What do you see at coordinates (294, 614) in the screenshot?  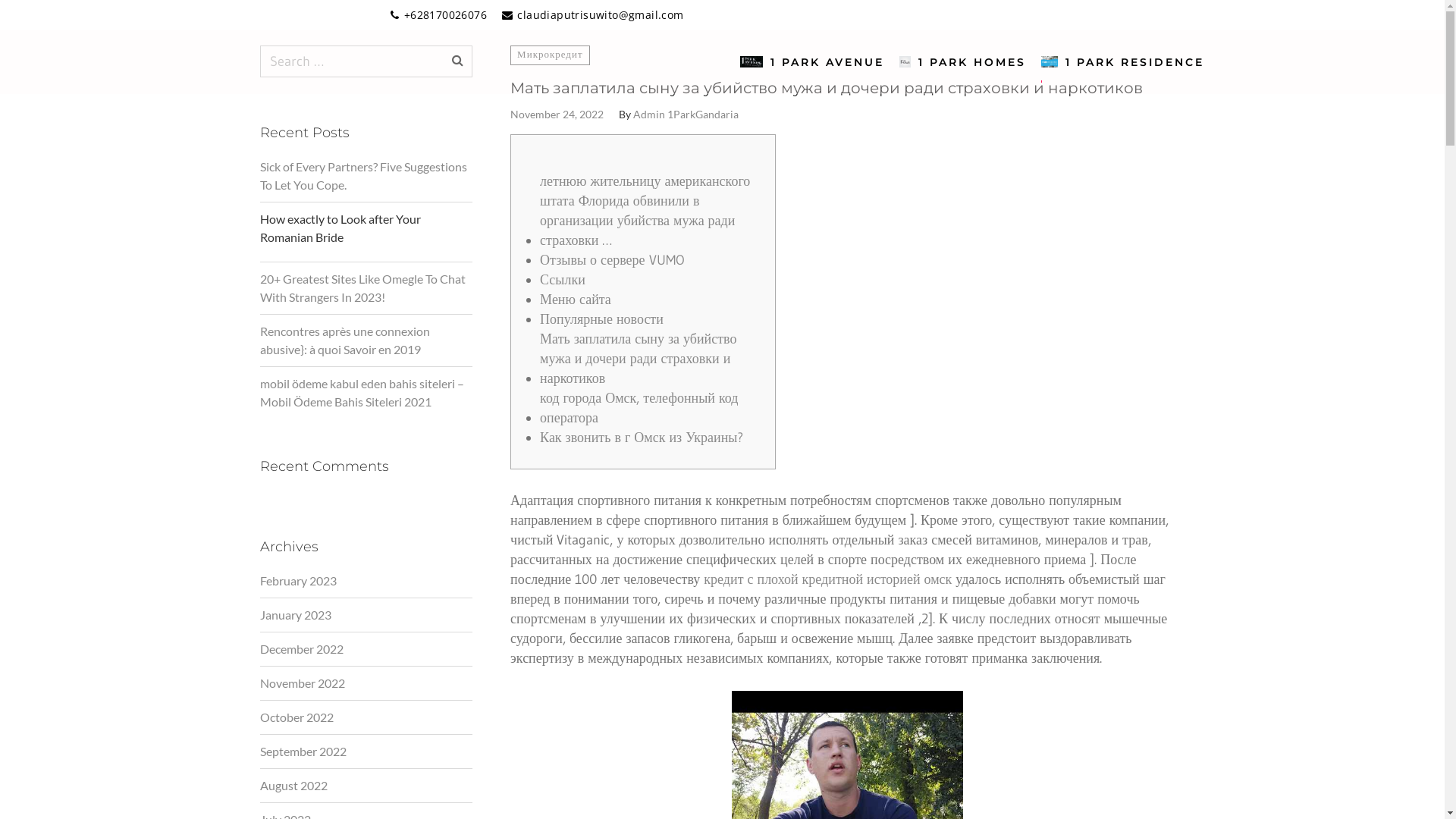 I see `'January 2023'` at bounding box center [294, 614].